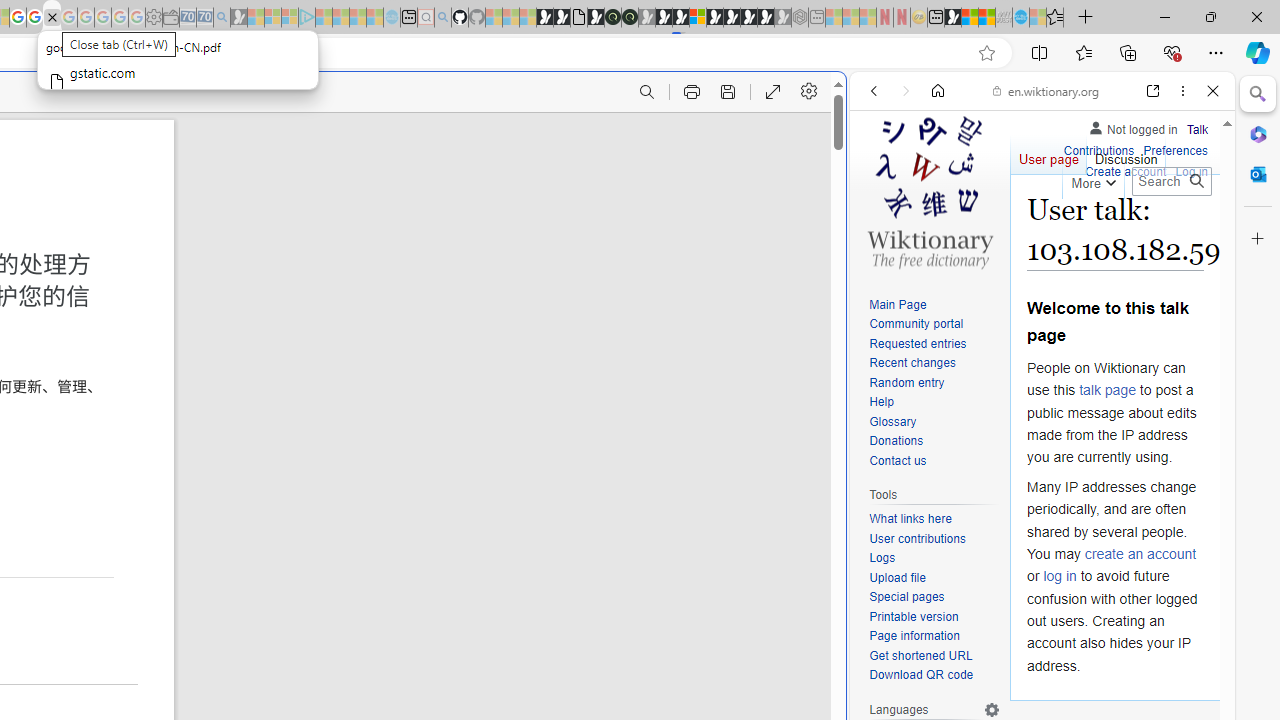 This screenshot has width=1280, height=720. I want to click on 'Microsoft 365', so click(1257, 133).